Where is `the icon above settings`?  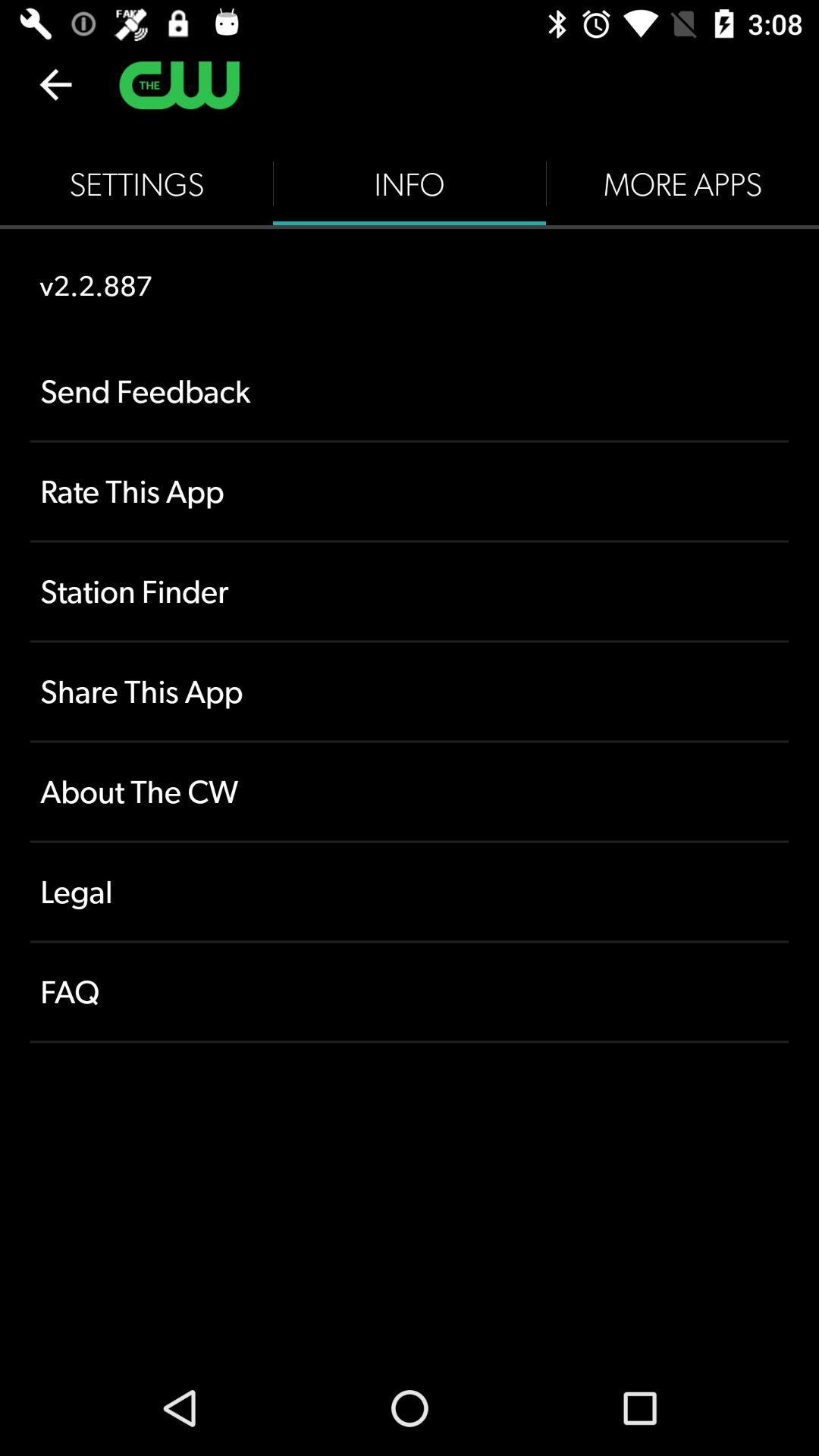 the icon above settings is located at coordinates (55, 83).